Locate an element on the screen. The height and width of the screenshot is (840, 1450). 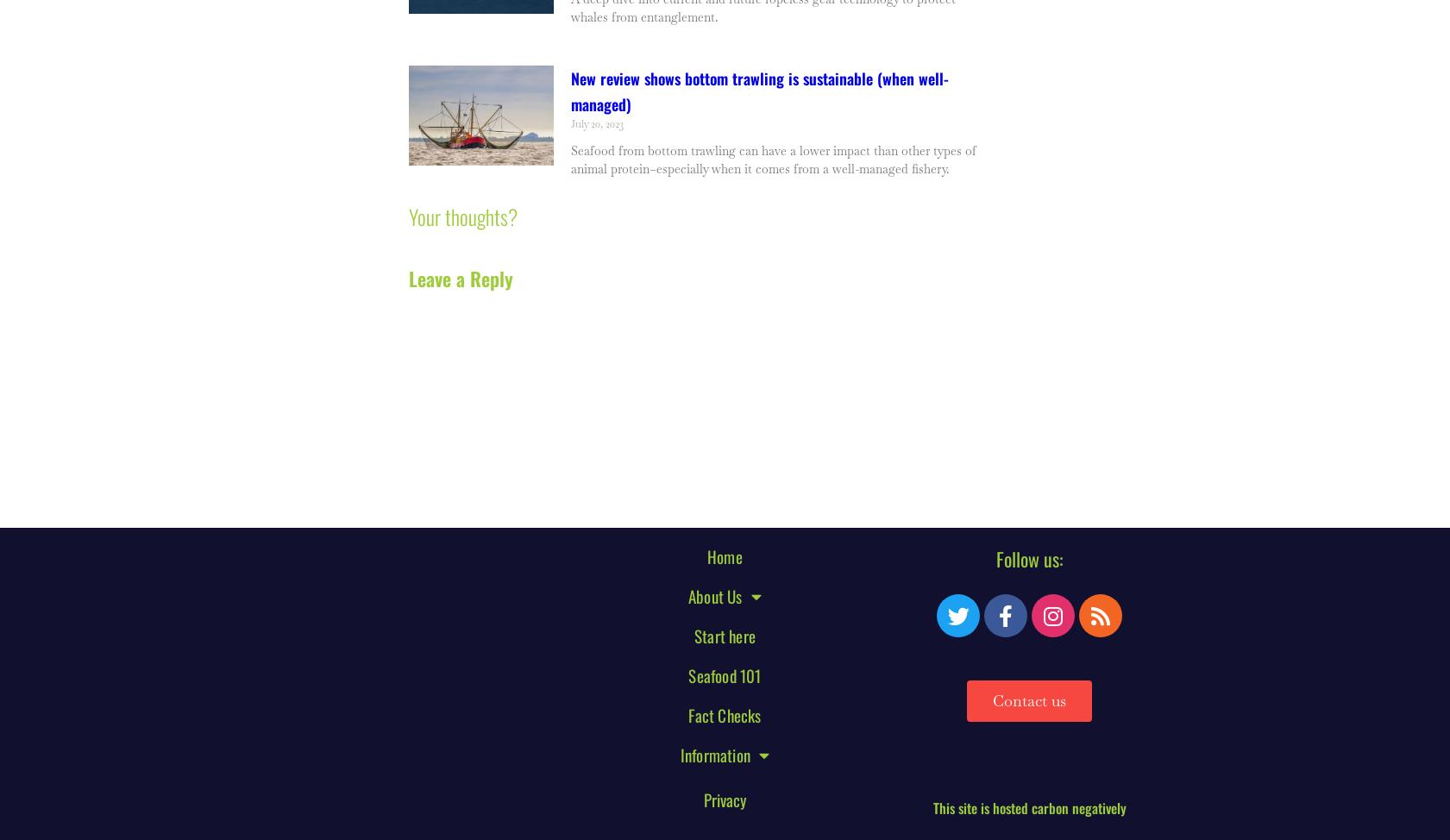
'Fact Checks' is located at coordinates (723, 714).